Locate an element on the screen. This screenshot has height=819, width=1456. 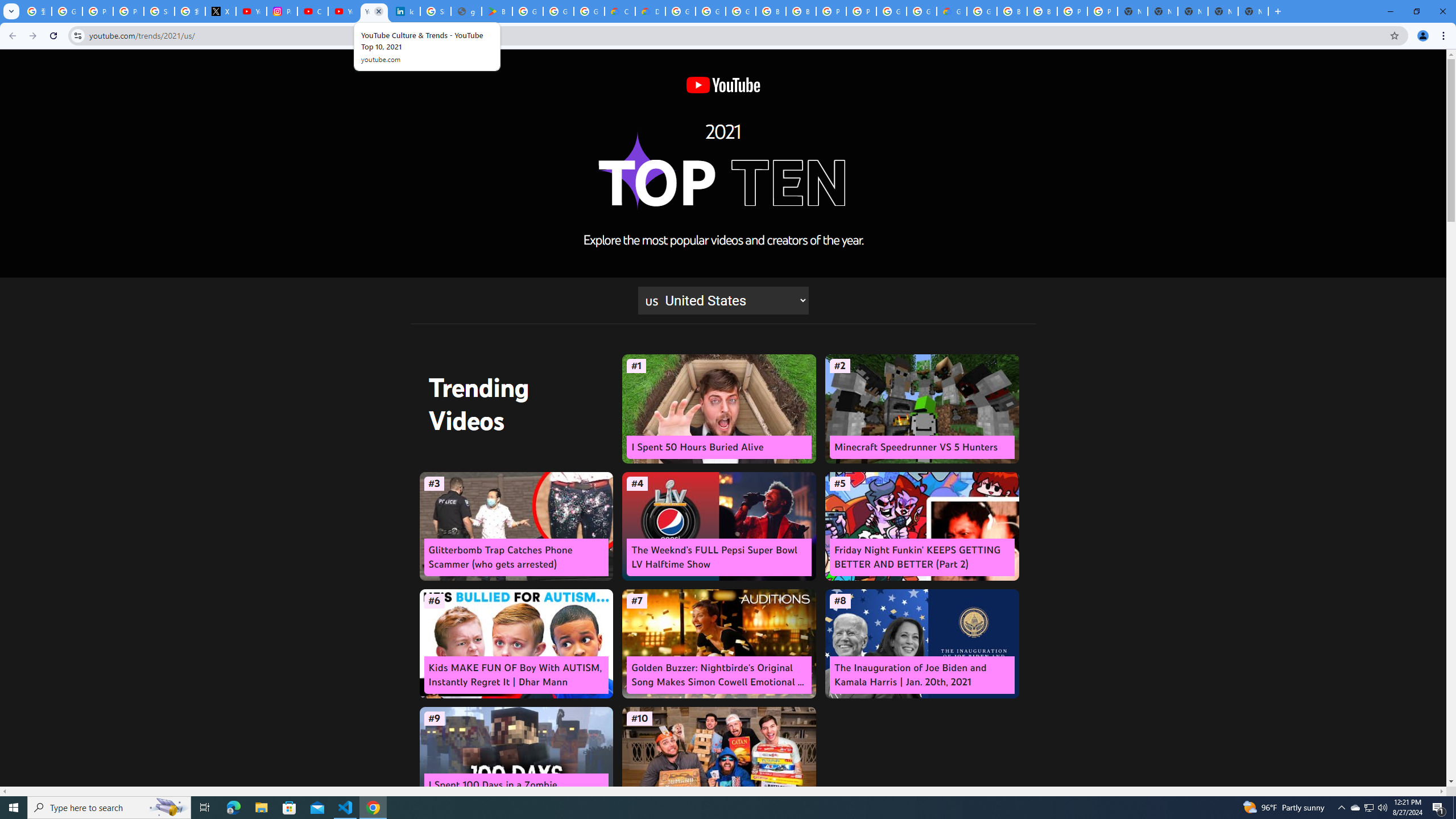
'YouTube Culture & Trends - YouTube Top 10, 2021' is located at coordinates (373, 11).